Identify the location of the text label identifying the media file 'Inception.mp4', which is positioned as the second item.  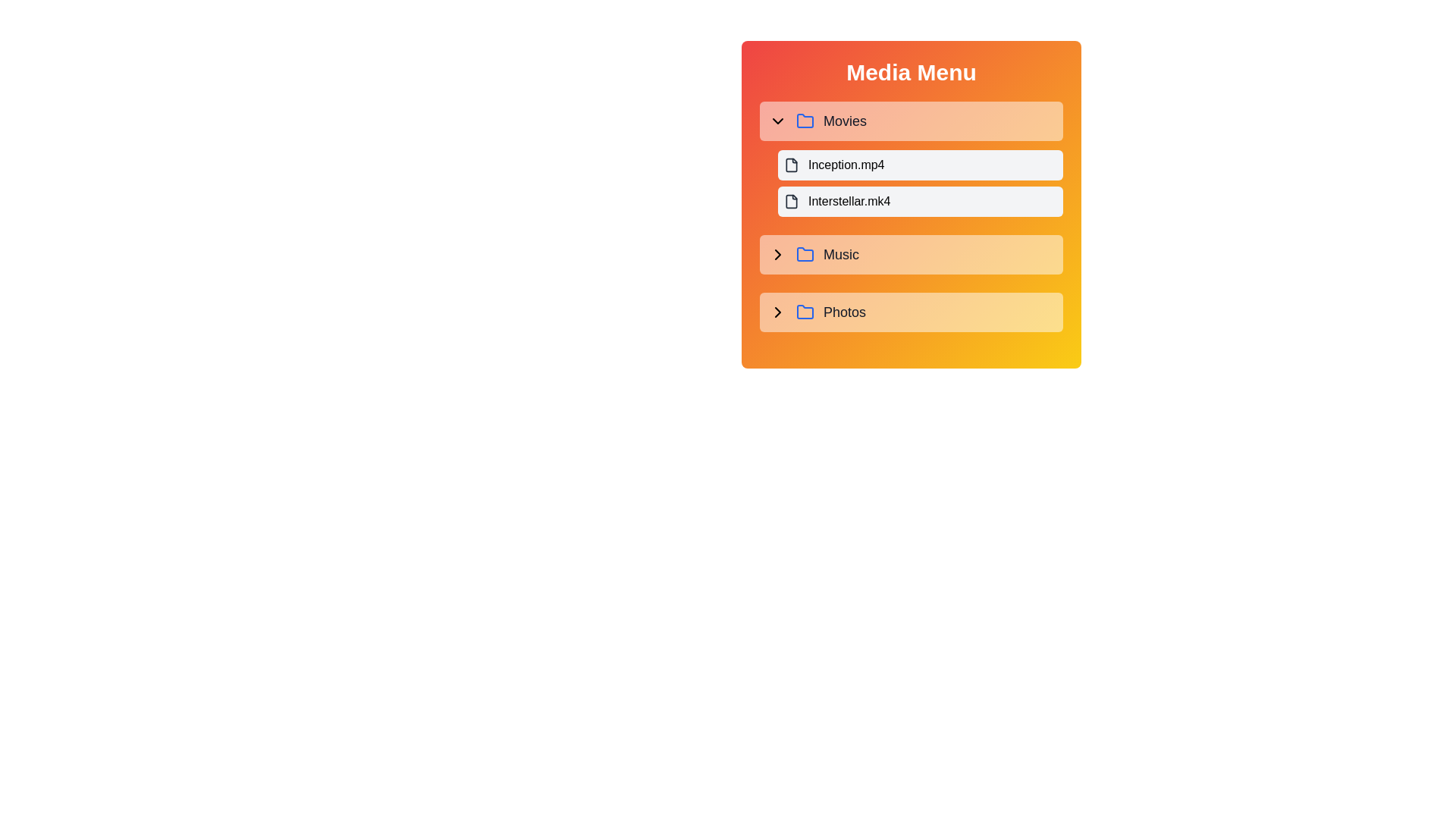
(846, 165).